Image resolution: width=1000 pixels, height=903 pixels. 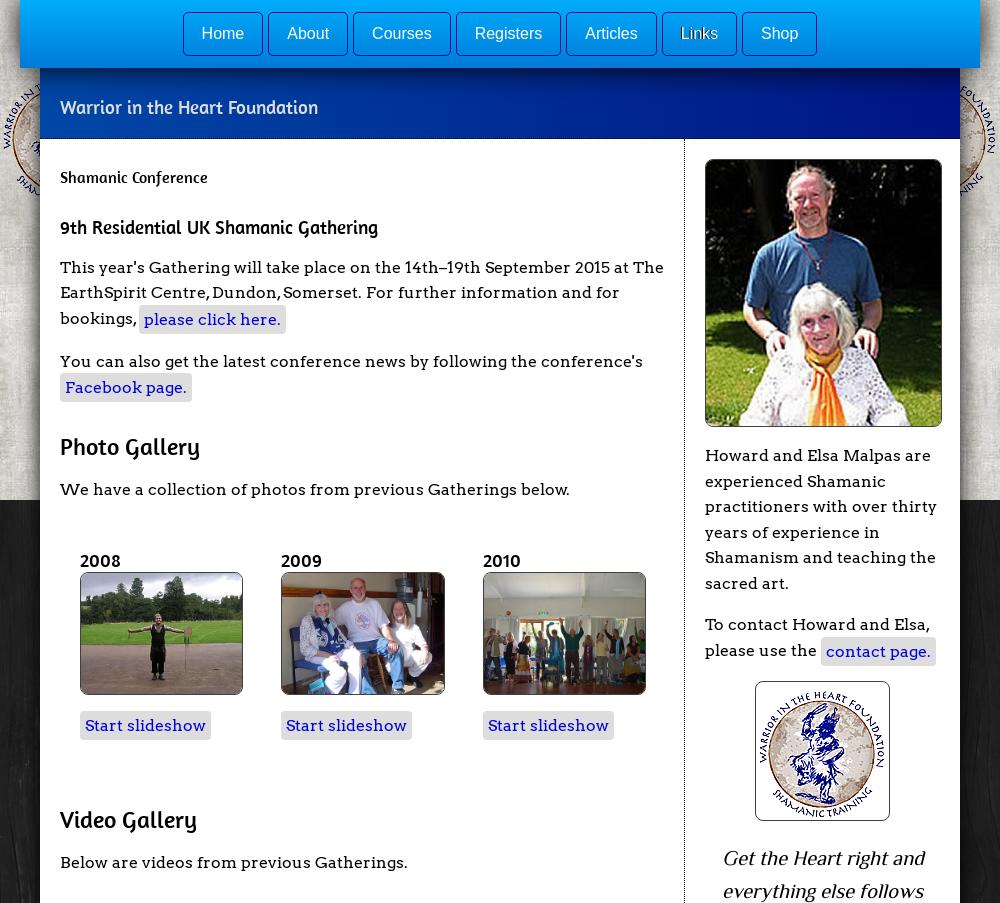 I want to click on '2010', so click(x=501, y=559).